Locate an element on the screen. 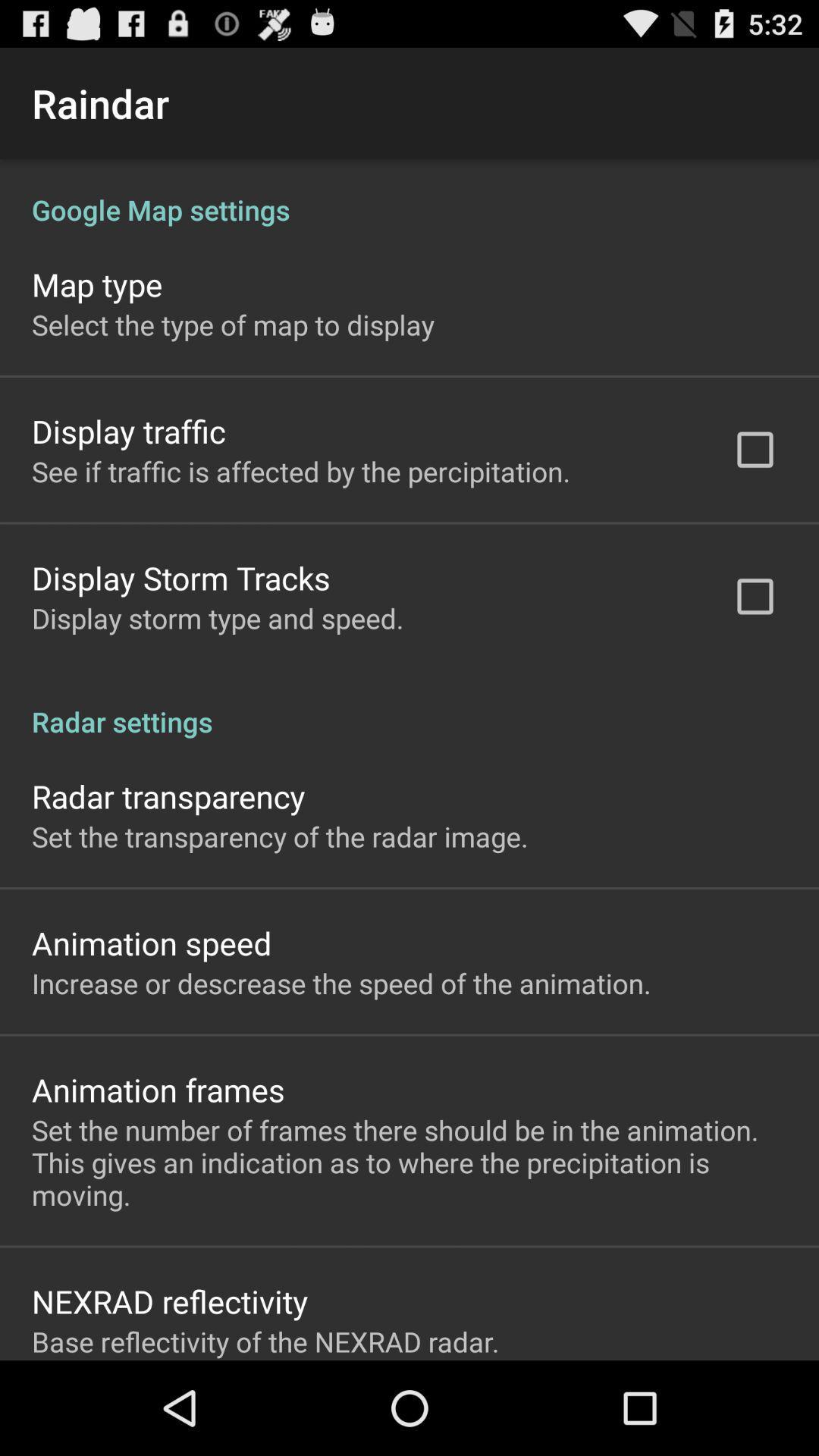 This screenshot has height=1456, width=819. radar settings icon is located at coordinates (409, 704).